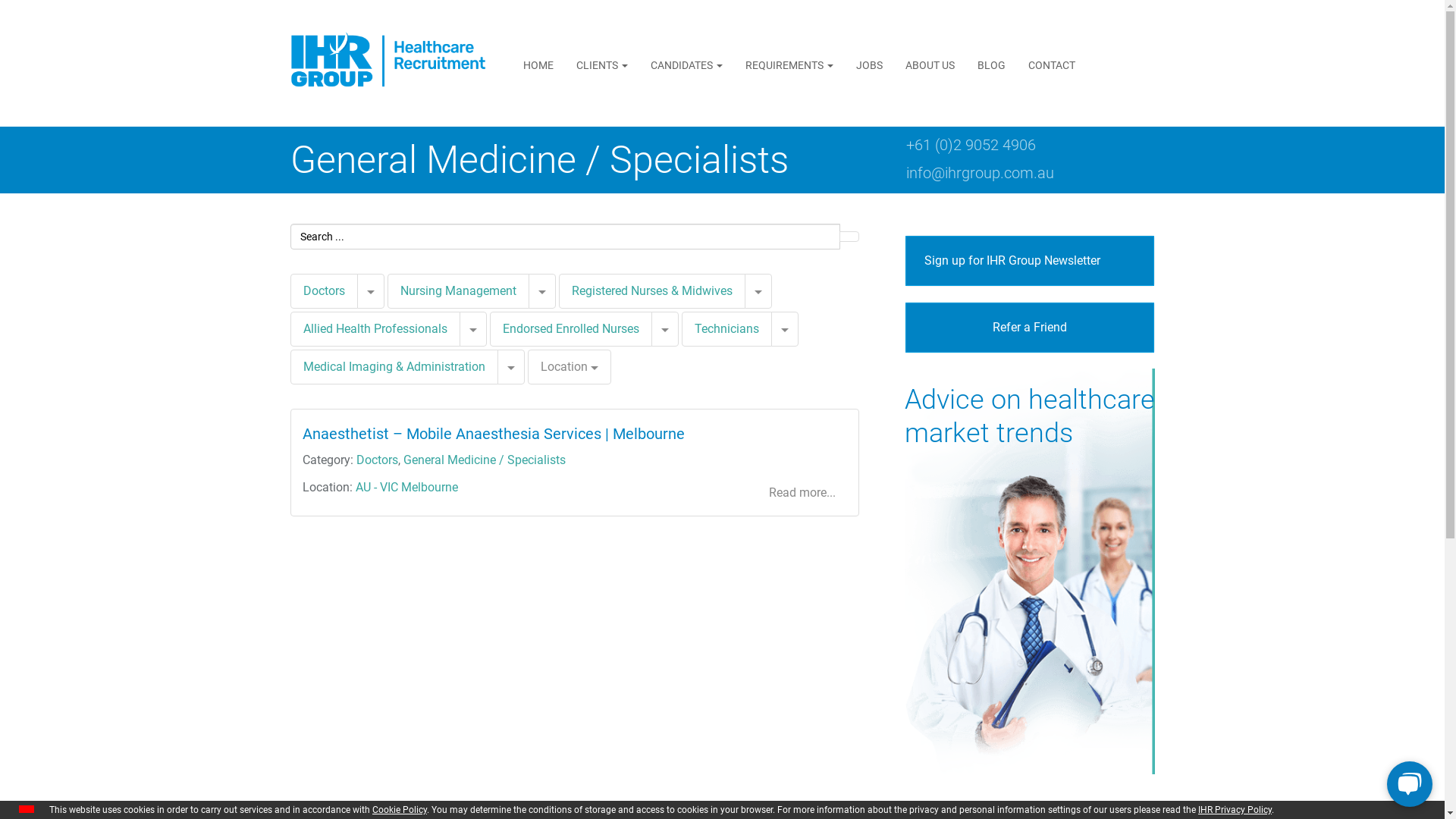  I want to click on 'General Medicine / Specialists', so click(483, 459).